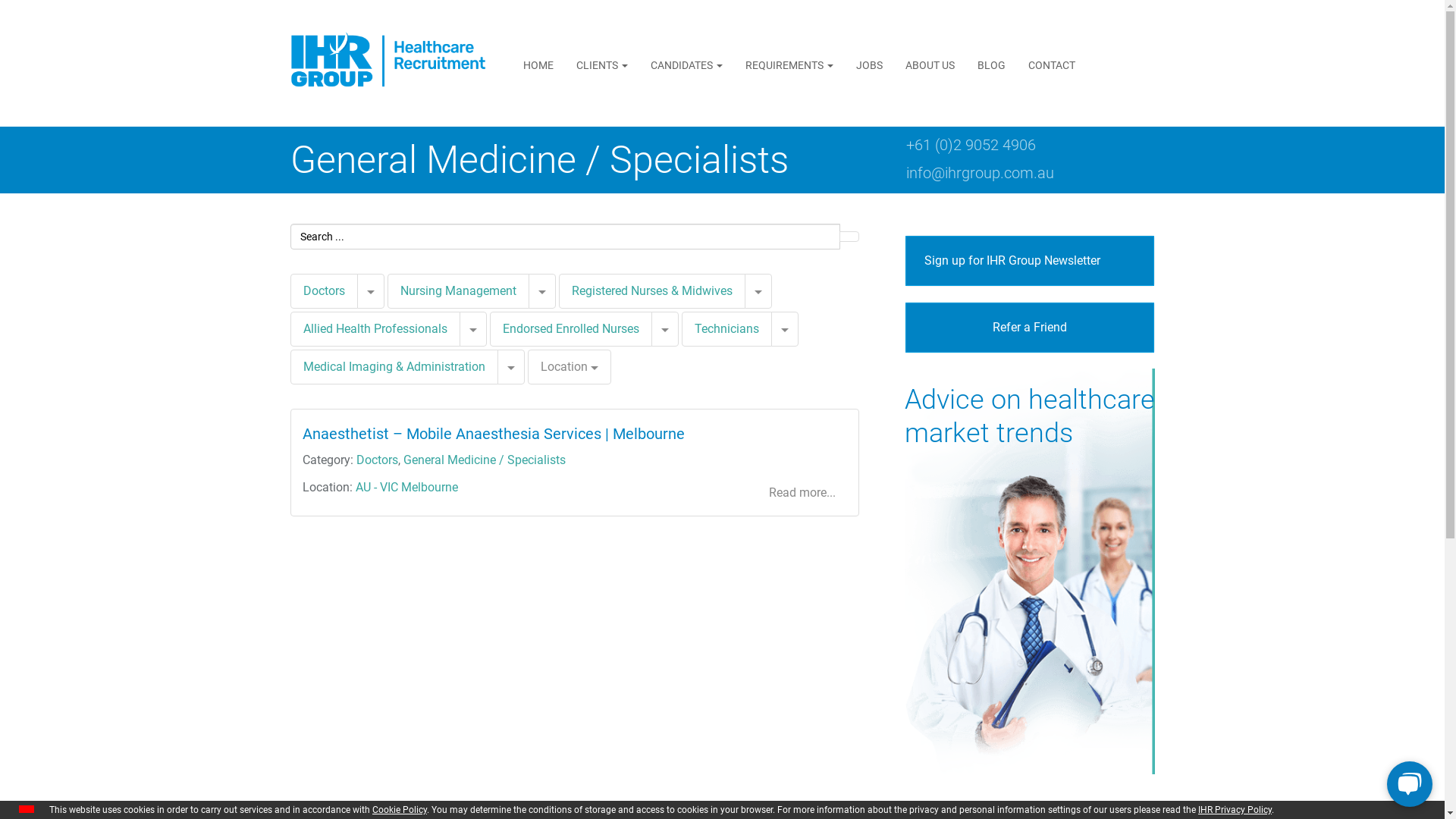  I want to click on 'General Medicine / Specialists', so click(483, 459).